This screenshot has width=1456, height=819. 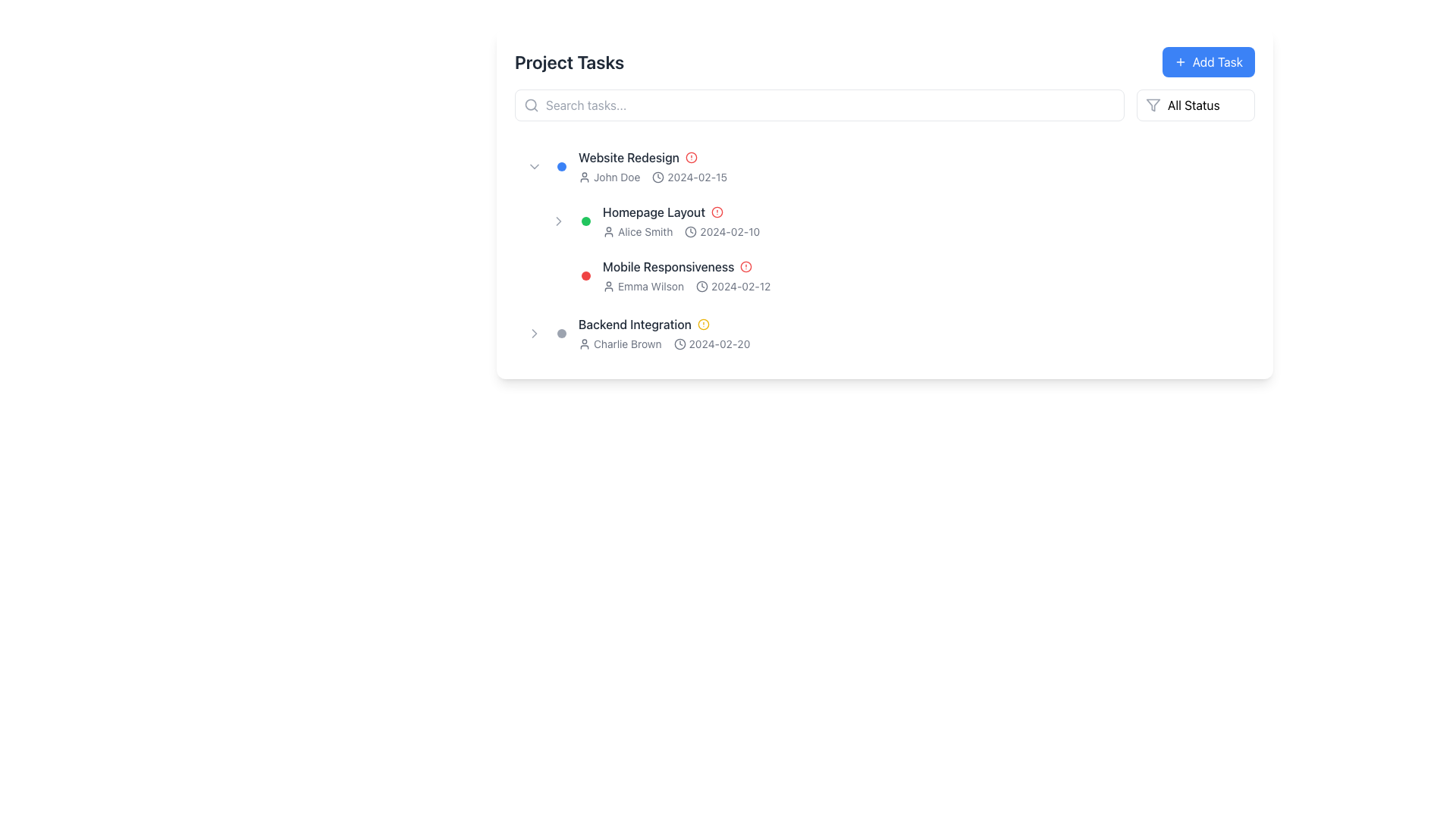 What do you see at coordinates (658, 177) in the screenshot?
I see `the clock icon represented by a vector graphic circle shape located to the left of the text '2024-02-15' associated with the 'Website Redesign' task` at bounding box center [658, 177].